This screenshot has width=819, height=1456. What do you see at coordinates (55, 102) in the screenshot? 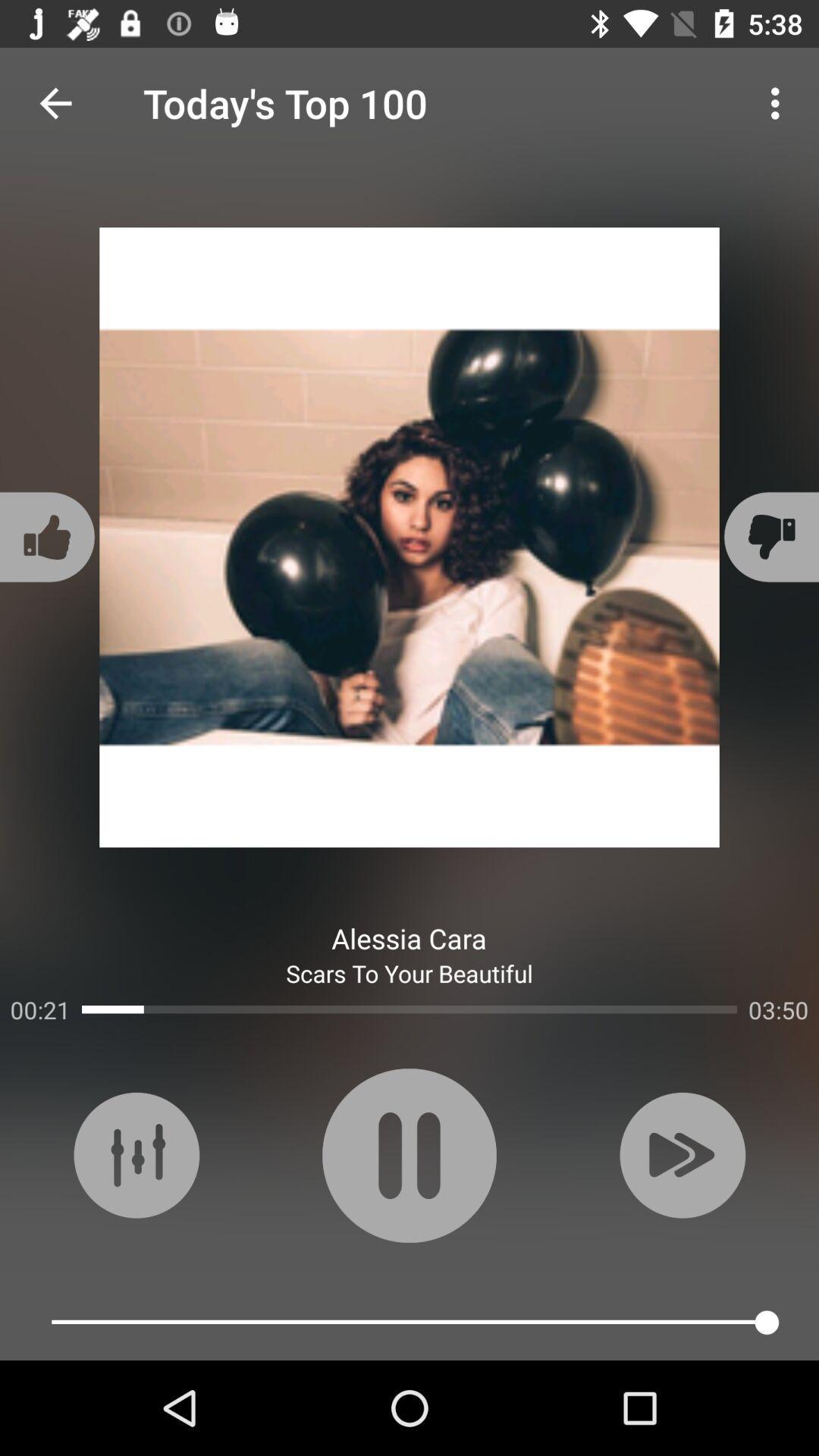
I see `icon at the top left corner` at bounding box center [55, 102].